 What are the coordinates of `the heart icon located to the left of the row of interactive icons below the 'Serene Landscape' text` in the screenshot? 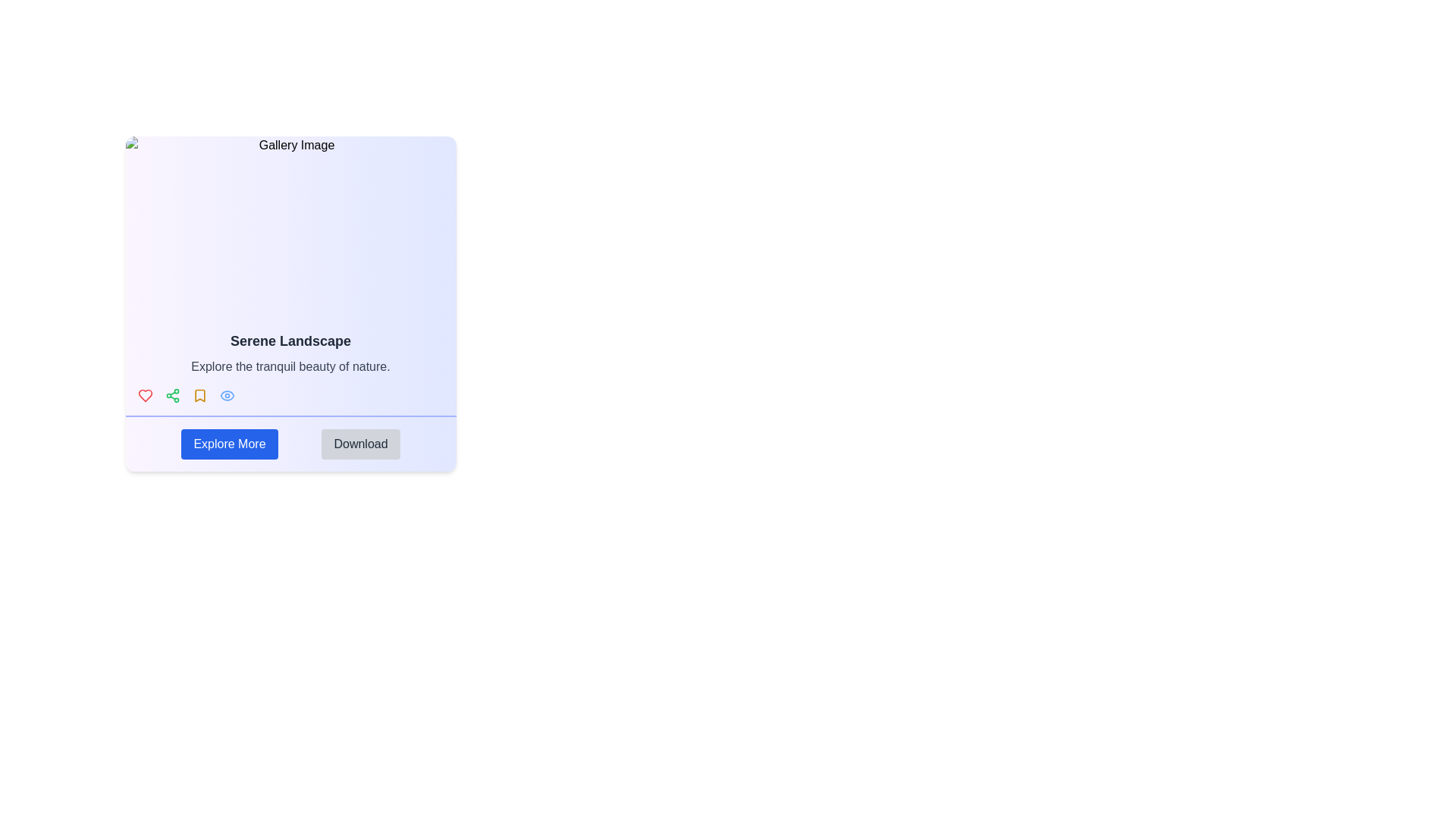 It's located at (145, 394).